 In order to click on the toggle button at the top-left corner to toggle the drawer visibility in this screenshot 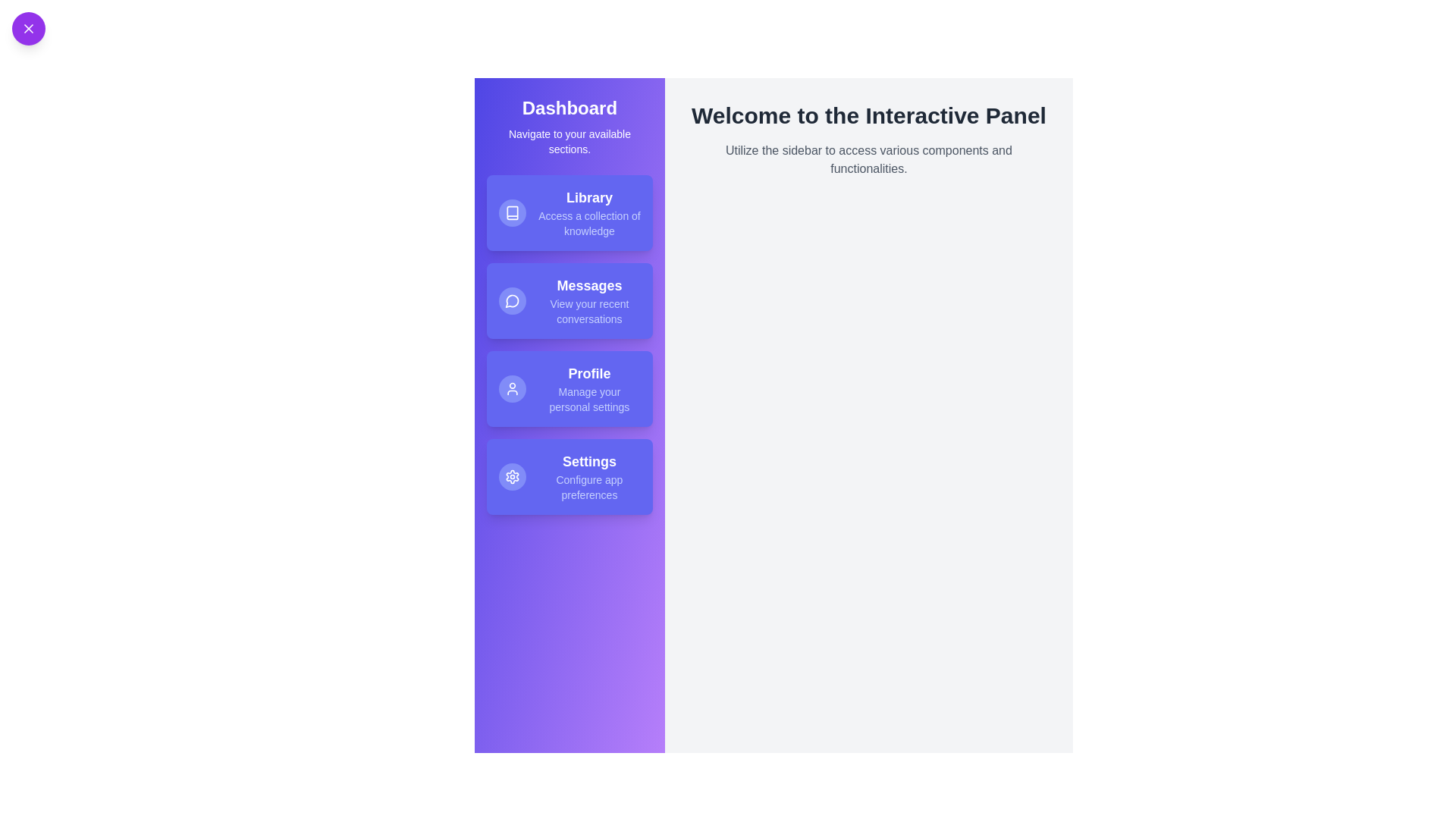, I will do `click(29, 29)`.